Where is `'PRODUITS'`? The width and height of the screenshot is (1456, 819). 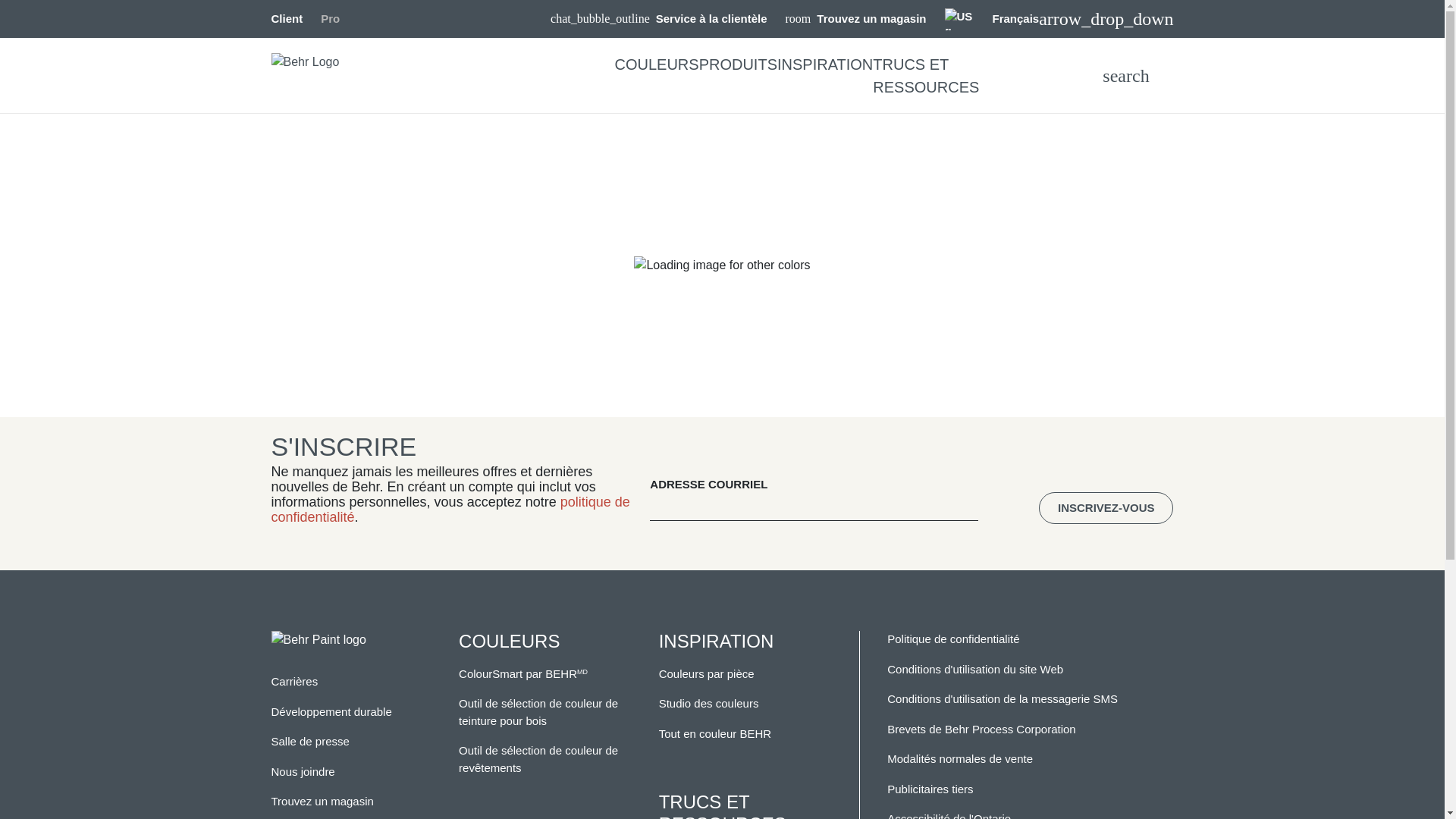
'PRODUITS' is located at coordinates (698, 63).